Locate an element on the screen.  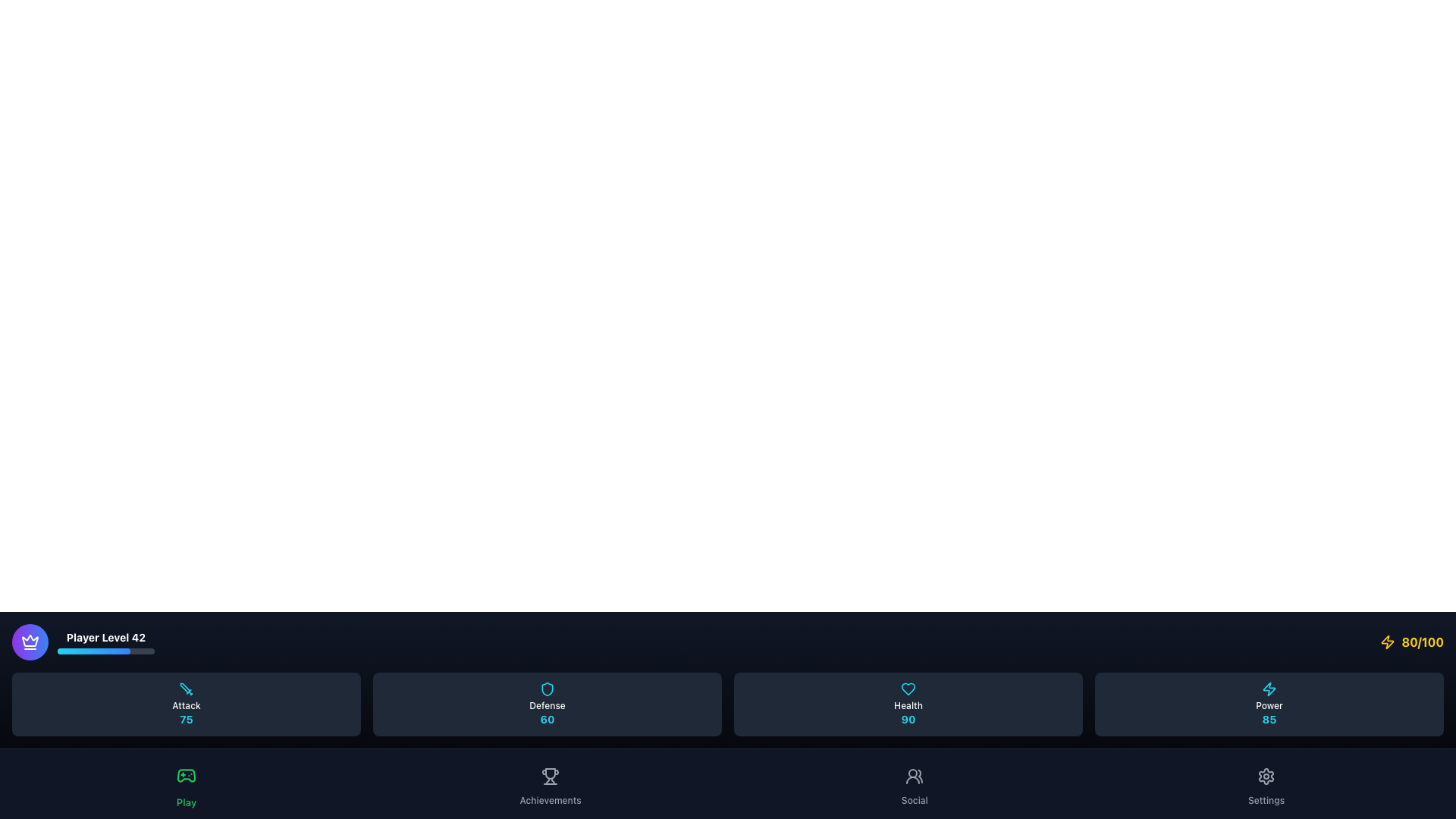
the energy icon and label at the bottom right of the interface is located at coordinates (1411, 642).